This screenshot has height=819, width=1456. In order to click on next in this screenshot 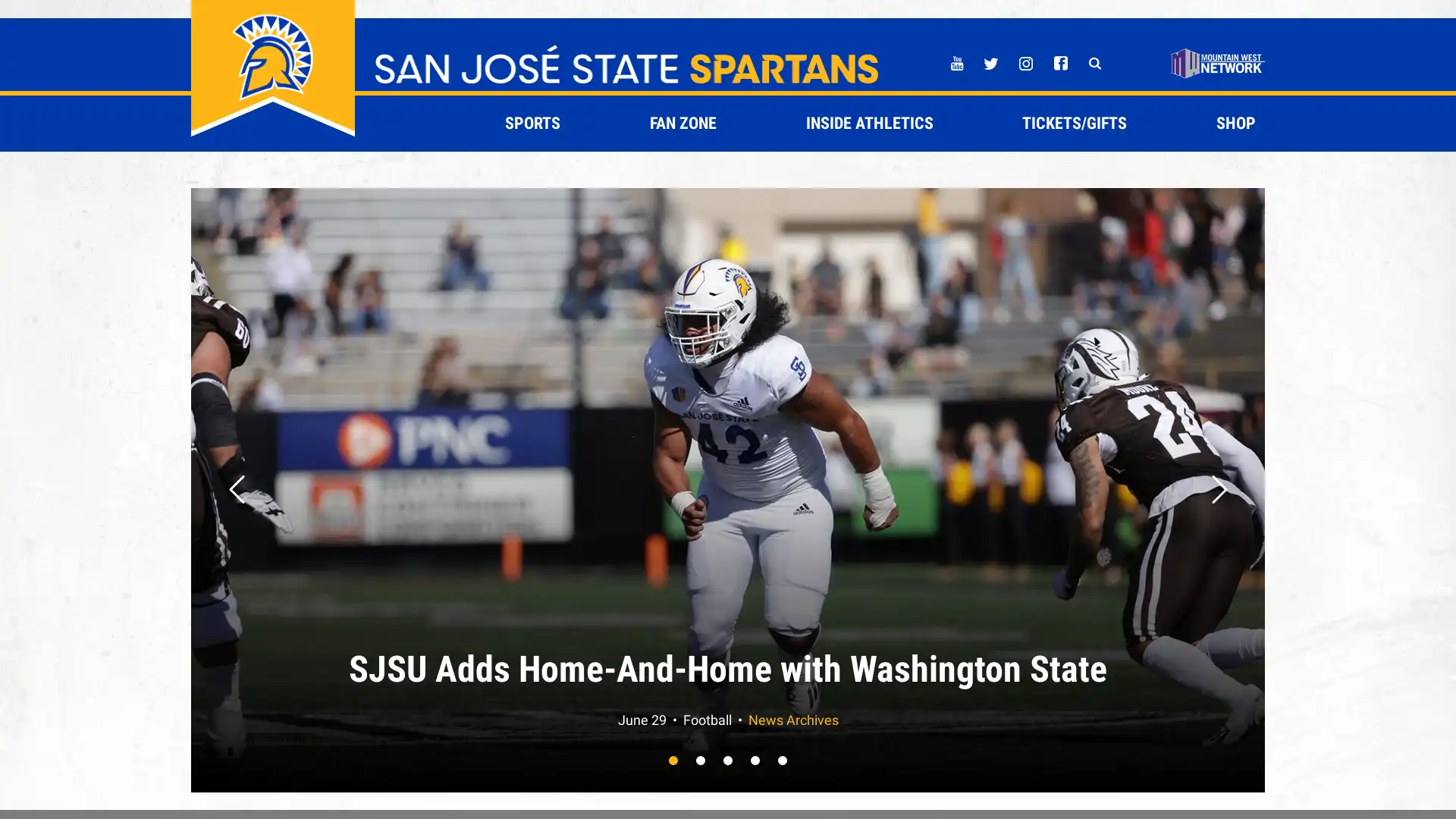, I will do `click(1219, 489)`.